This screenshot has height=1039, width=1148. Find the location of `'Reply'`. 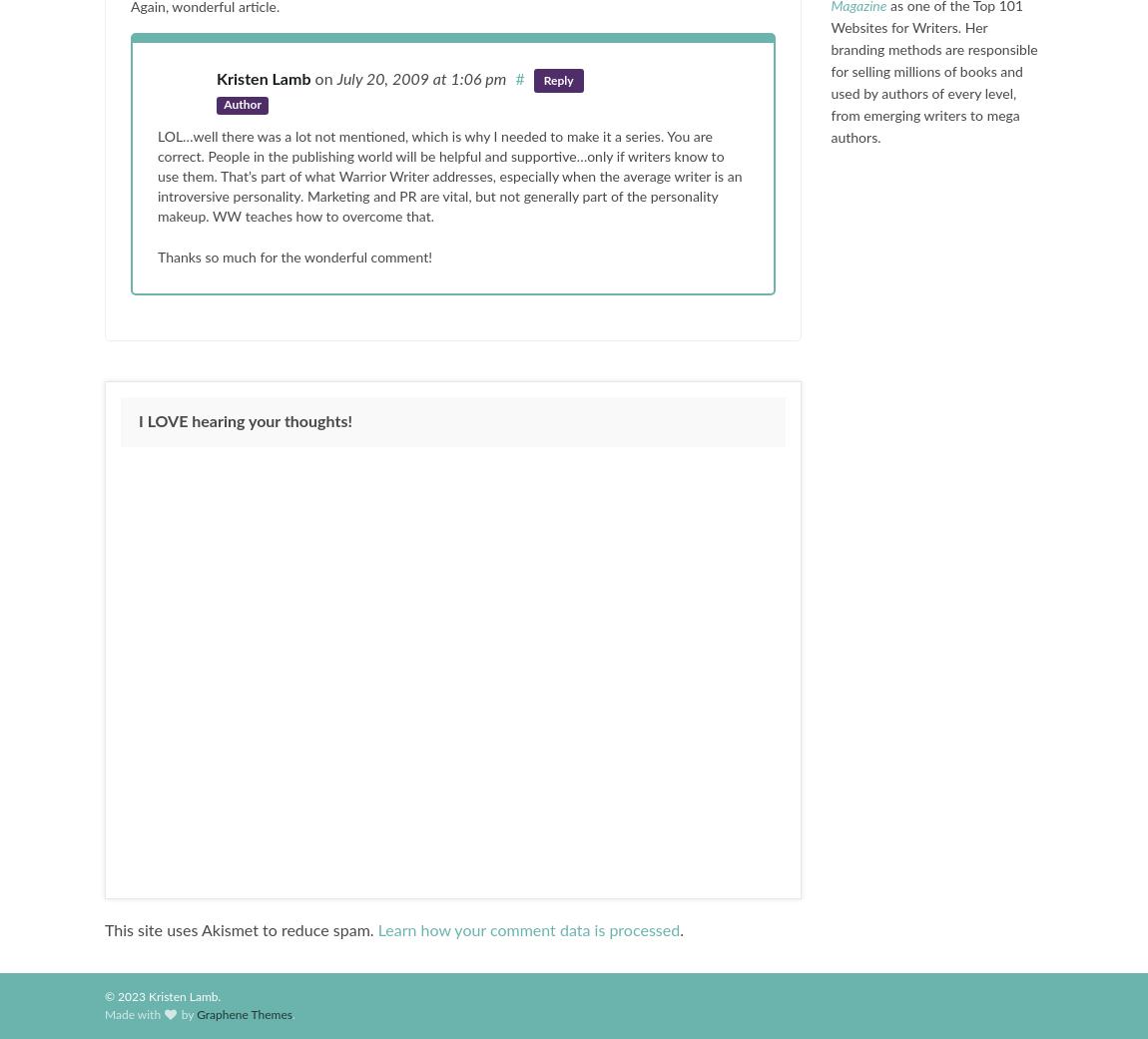

'Reply' is located at coordinates (558, 79).